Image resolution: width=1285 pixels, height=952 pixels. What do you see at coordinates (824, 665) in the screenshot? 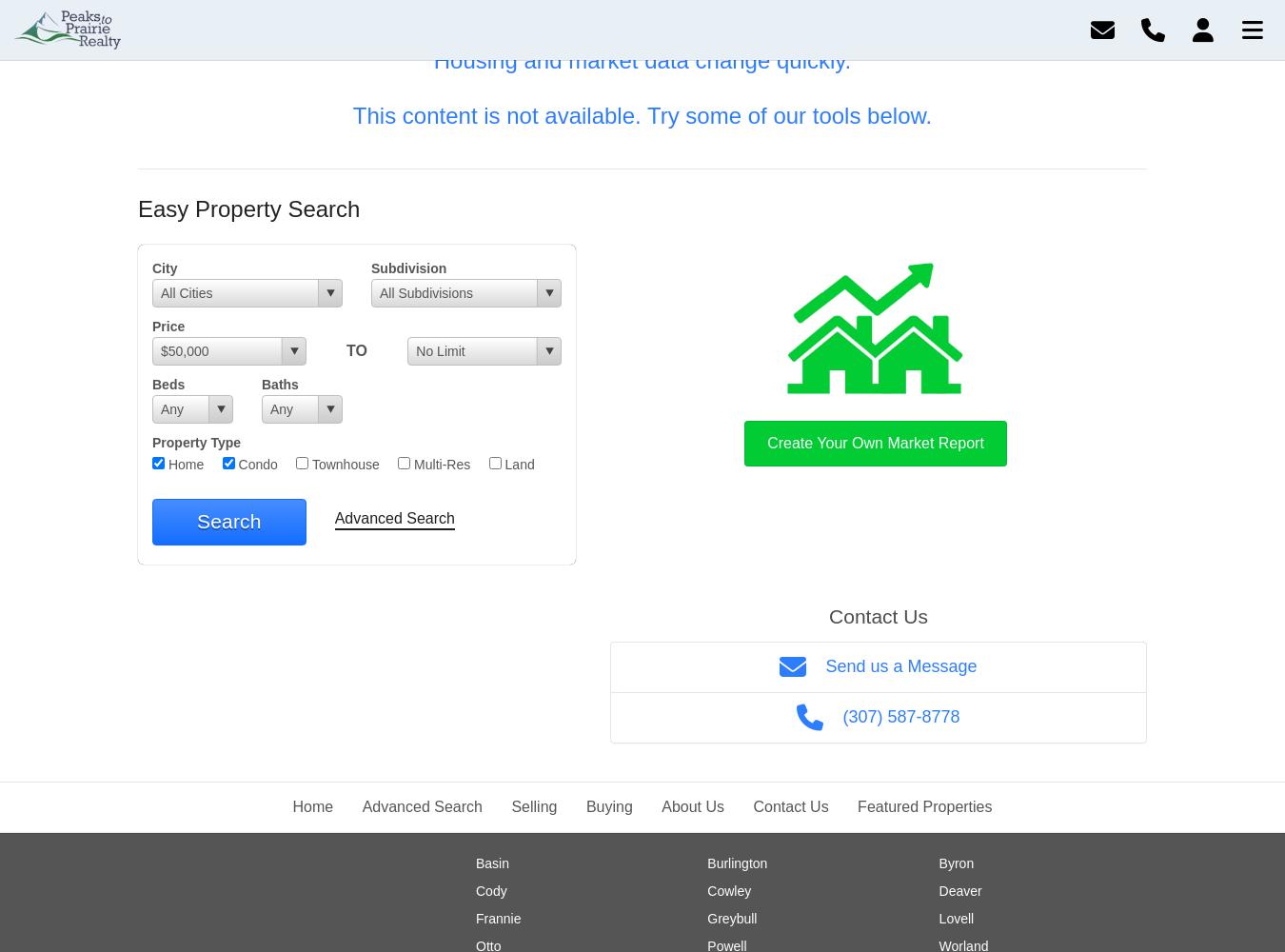
I see `'Send us a Message'` at bounding box center [824, 665].